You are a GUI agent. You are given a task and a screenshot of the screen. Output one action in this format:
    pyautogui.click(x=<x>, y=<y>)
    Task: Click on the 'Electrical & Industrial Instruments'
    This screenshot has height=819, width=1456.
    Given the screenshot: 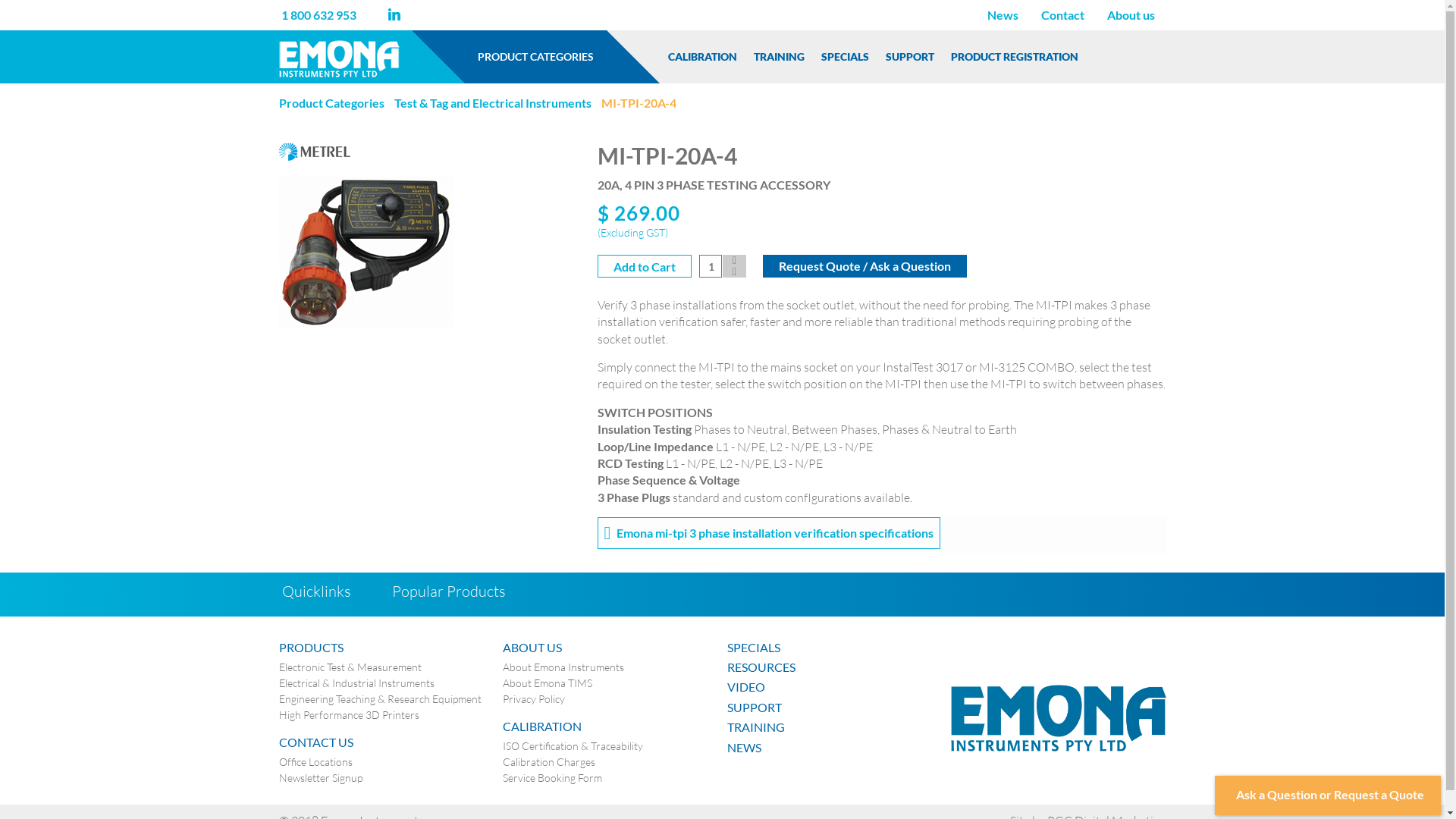 What is the action you would take?
    pyautogui.click(x=356, y=683)
    